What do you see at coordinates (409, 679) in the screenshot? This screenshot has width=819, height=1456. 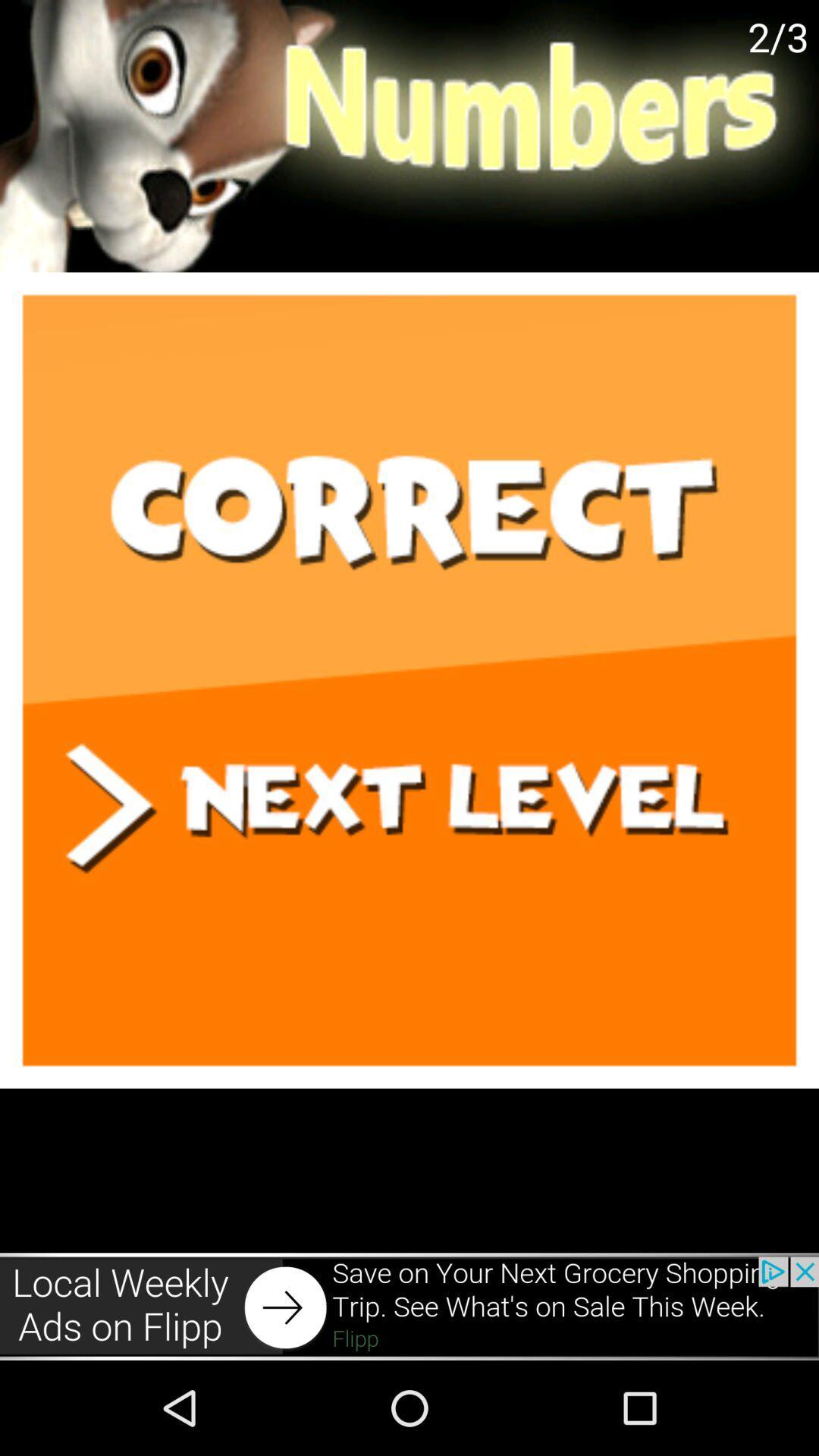 I see `next level` at bounding box center [409, 679].